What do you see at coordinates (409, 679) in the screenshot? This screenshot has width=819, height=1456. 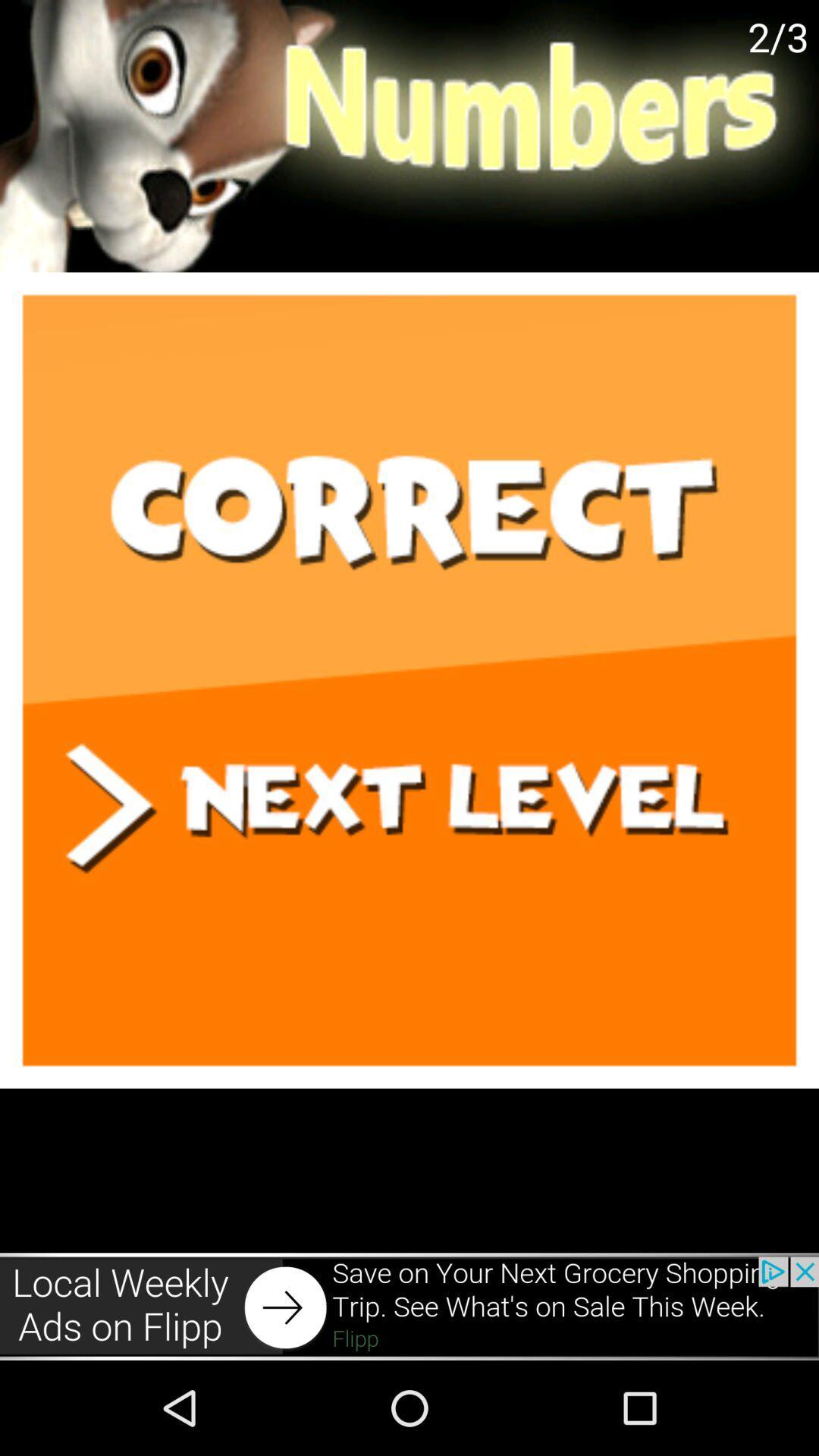 I see `next level` at bounding box center [409, 679].